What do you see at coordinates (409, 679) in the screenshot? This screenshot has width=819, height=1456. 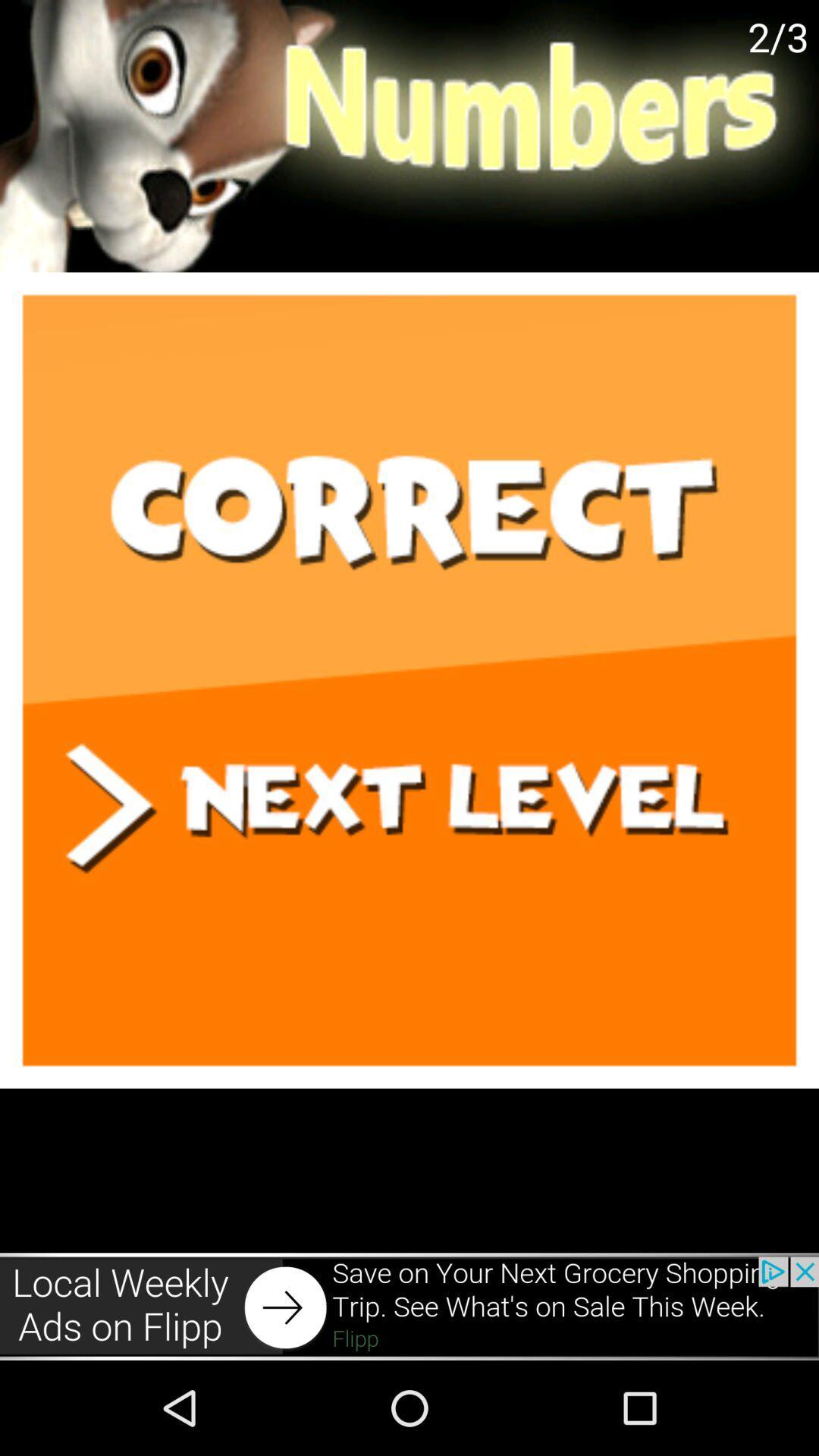 I see `next level` at bounding box center [409, 679].